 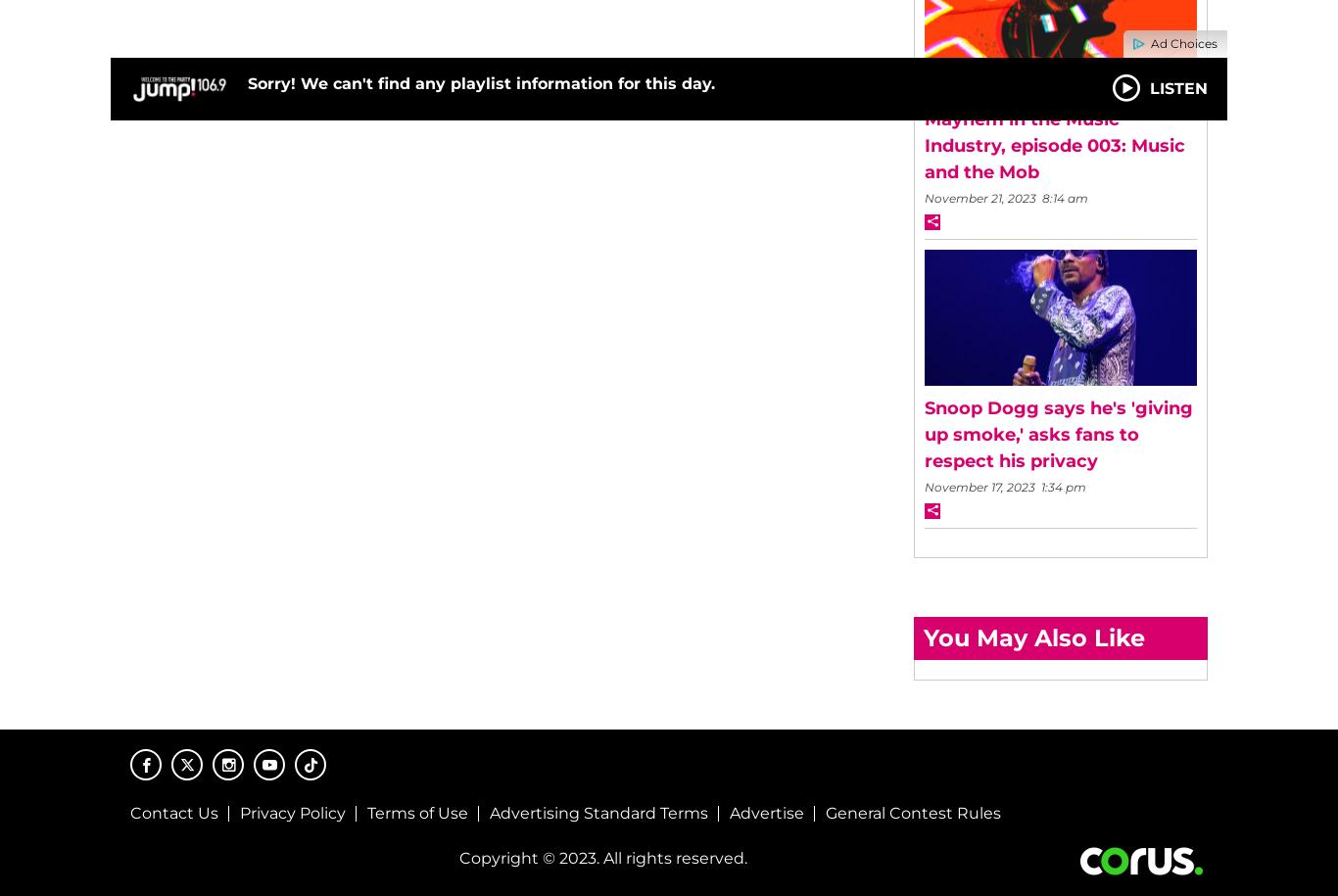 I want to click on 'Advertise', so click(x=730, y=813).